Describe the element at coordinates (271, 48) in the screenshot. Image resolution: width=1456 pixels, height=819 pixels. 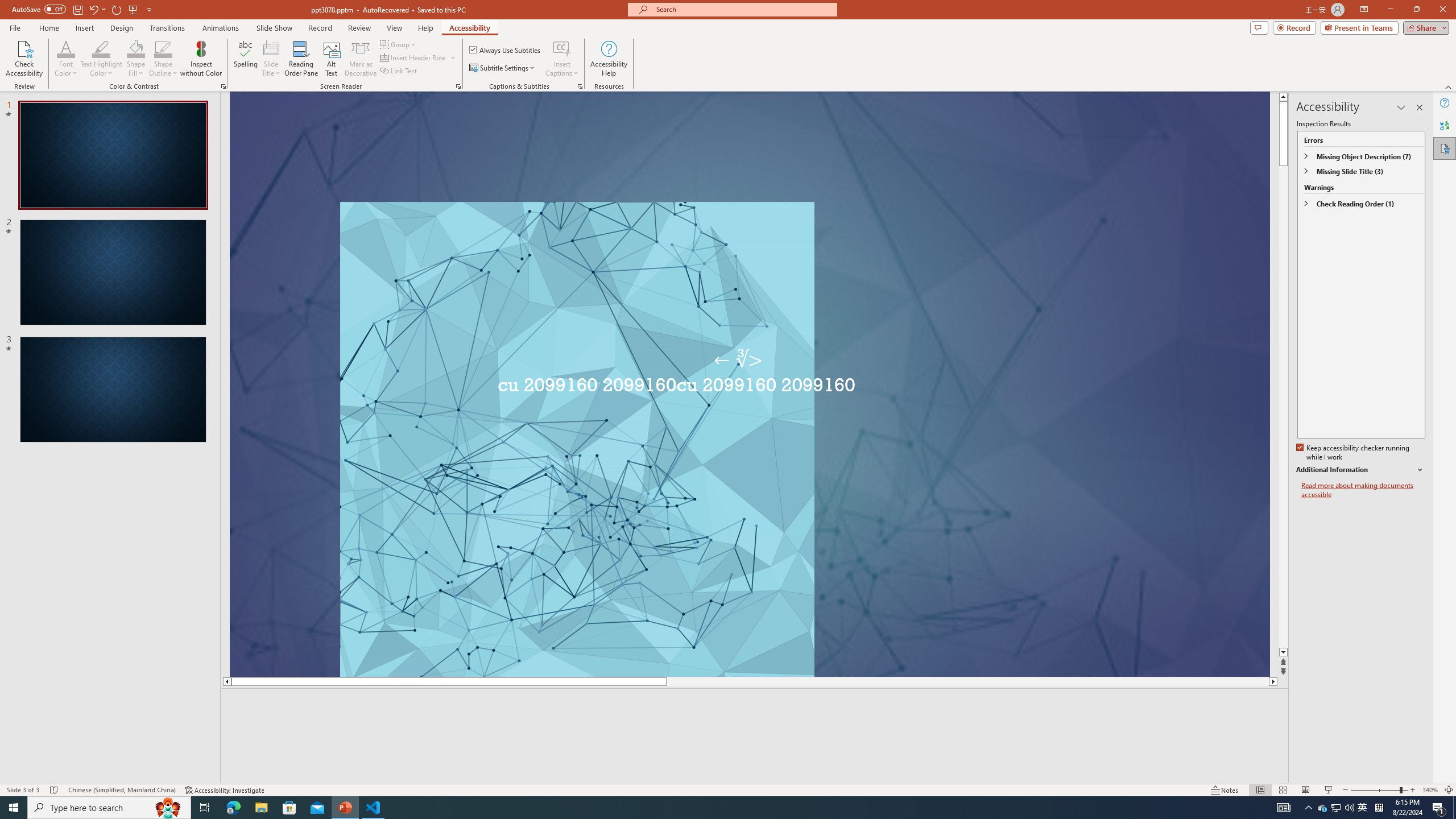
I see `'Slide Title'` at that location.